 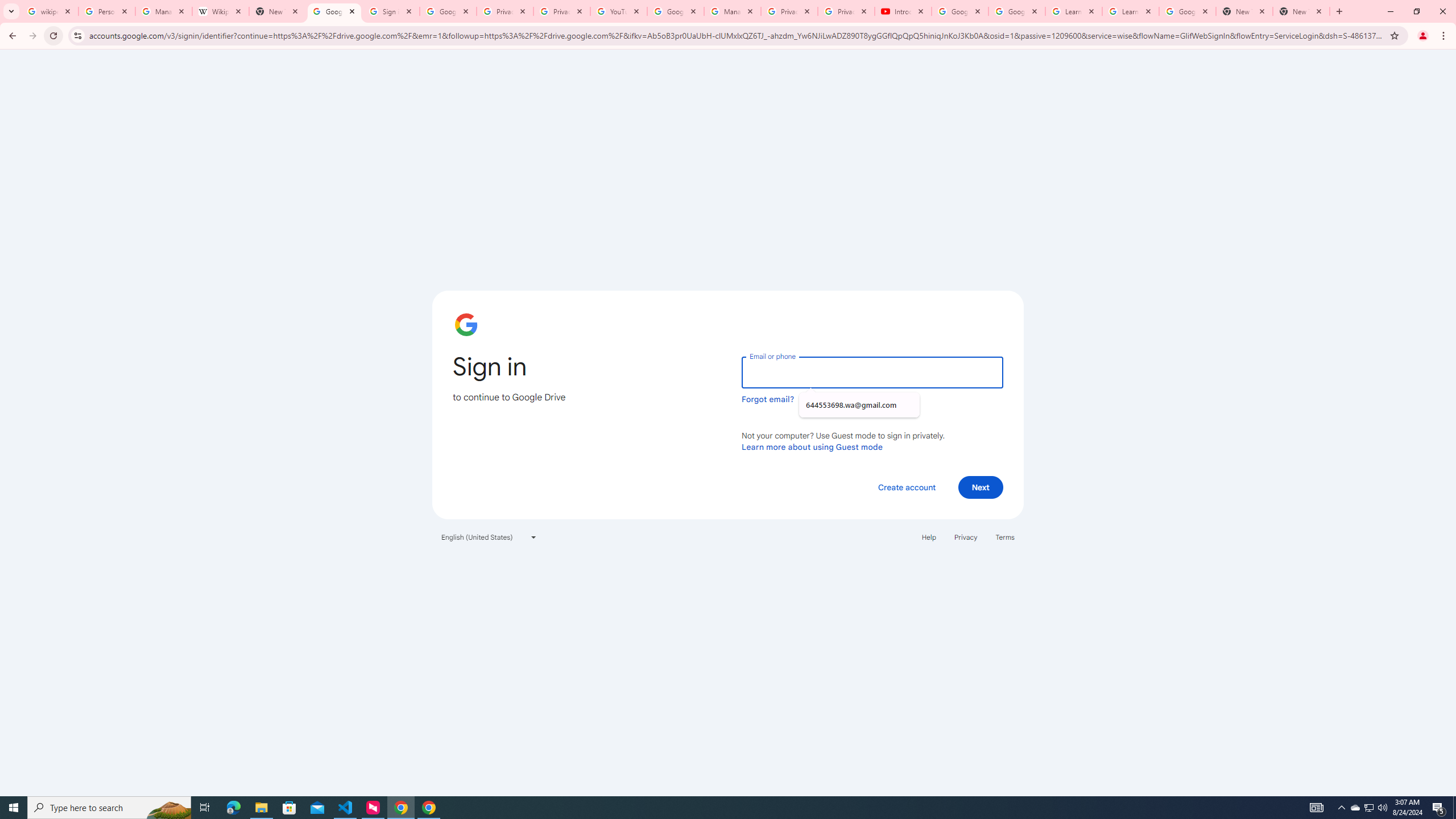 I want to click on 'Personalization & Google Search results - Google Search Help', so click(x=106, y=11).